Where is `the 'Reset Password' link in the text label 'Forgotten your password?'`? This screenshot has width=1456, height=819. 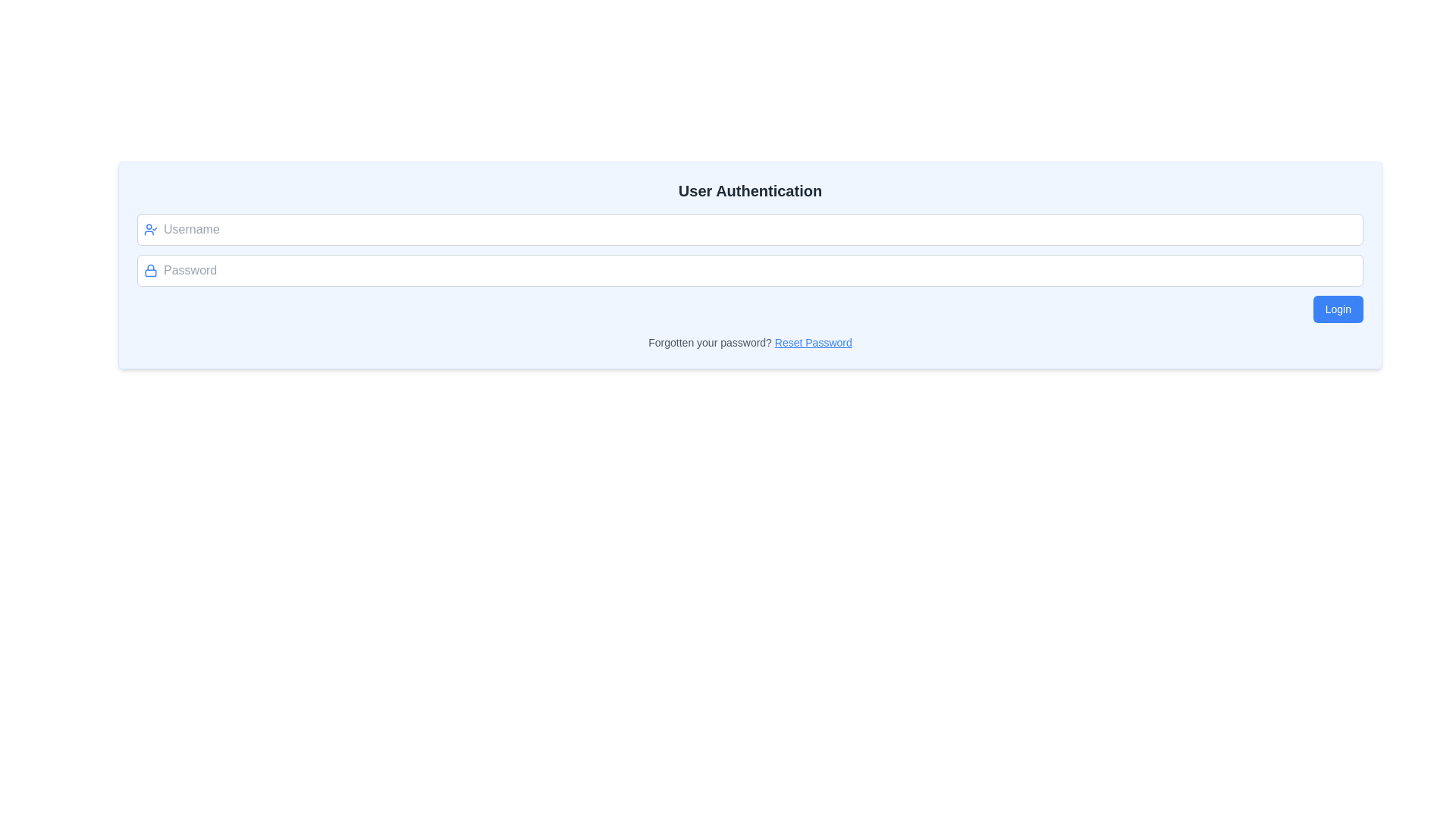 the 'Reset Password' link in the text label 'Forgotten your password?' is located at coordinates (750, 342).